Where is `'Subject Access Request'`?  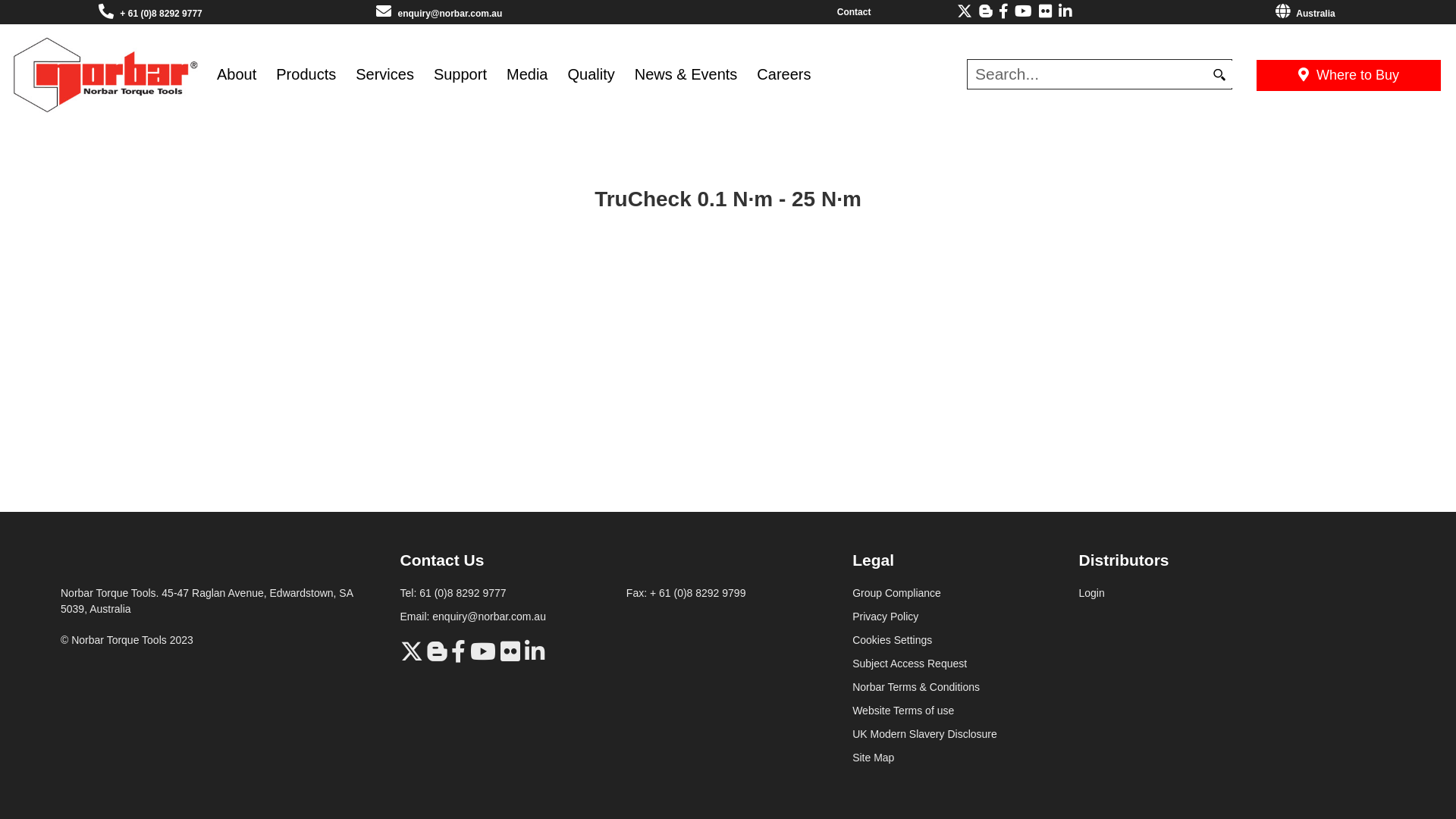 'Subject Access Request' is located at coordinates (909, 663).